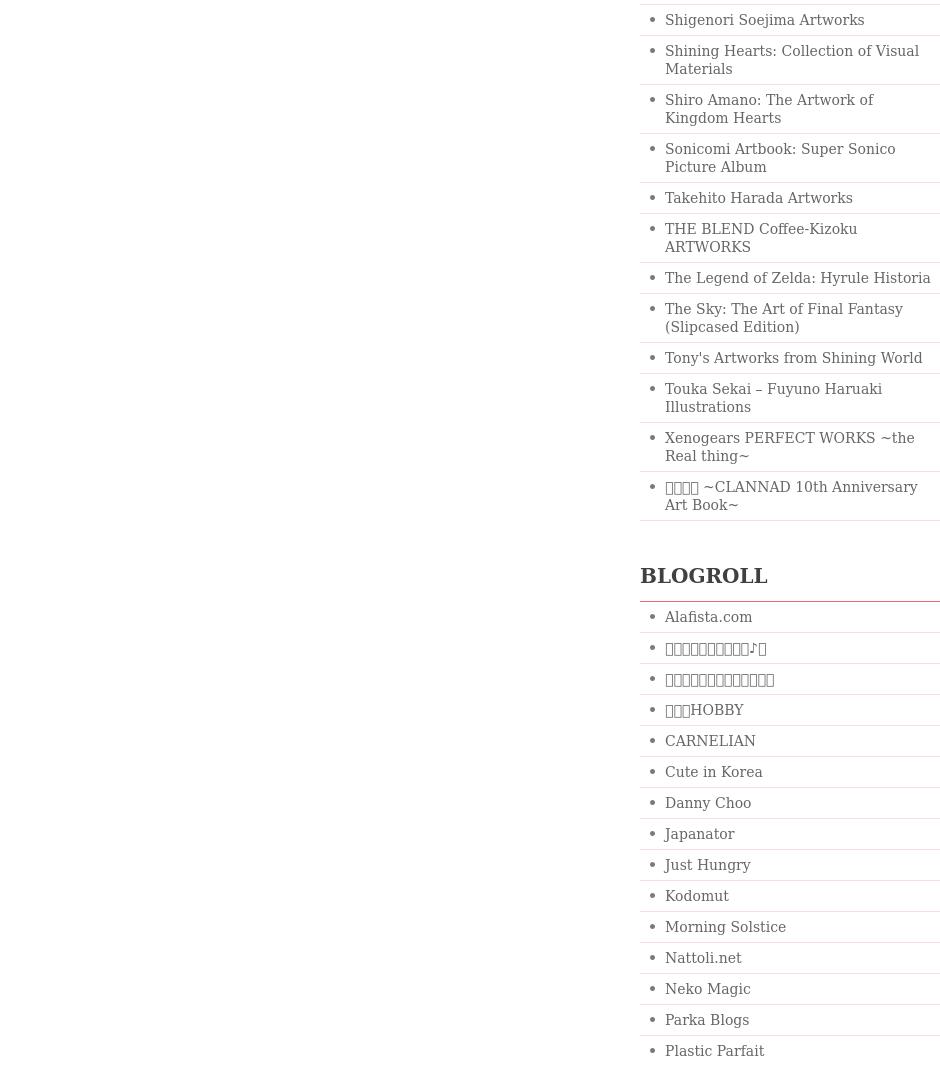 Image resolution: width=940 pixels, height=1066 pixels. Describe the element at coordinates (789, 446) in the screenshot. I see `'Xenogears PERFECT WORKS ~the Real thing~'` at that location.